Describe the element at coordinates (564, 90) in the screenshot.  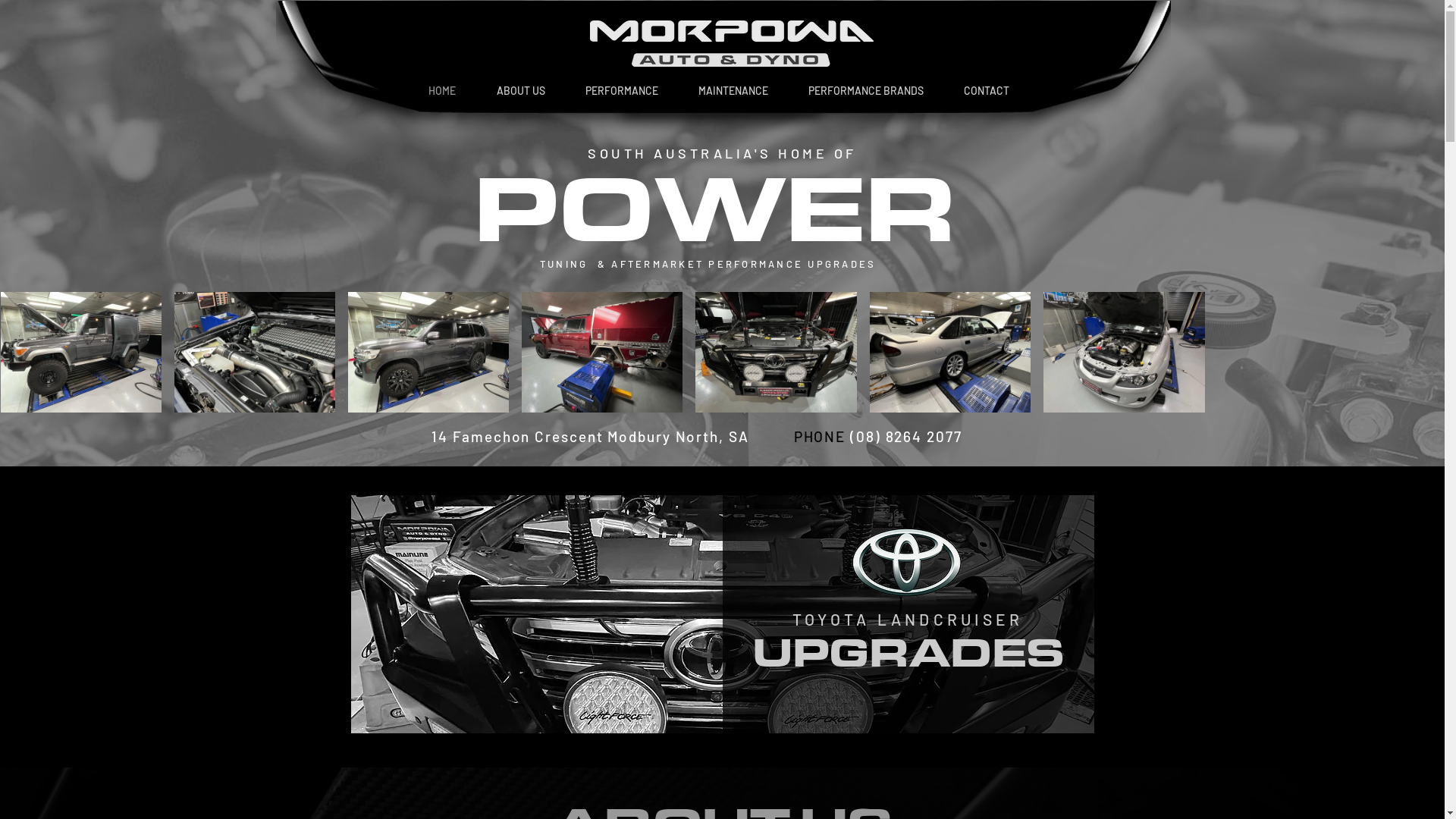
I see `'PERFORMANCE'` at that location.